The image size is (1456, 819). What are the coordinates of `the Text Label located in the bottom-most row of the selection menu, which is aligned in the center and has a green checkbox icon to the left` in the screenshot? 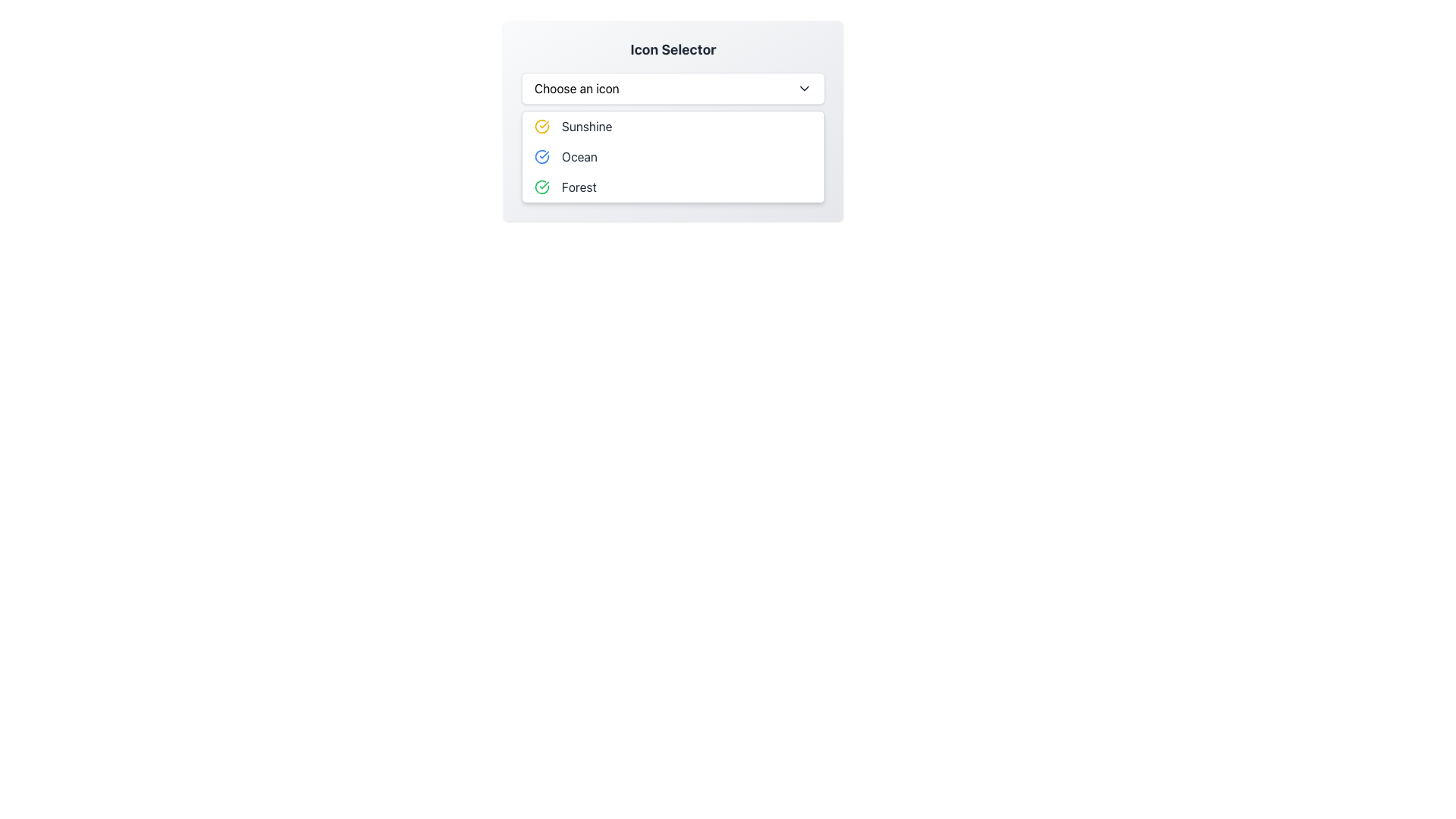 It's located at (578, 186).